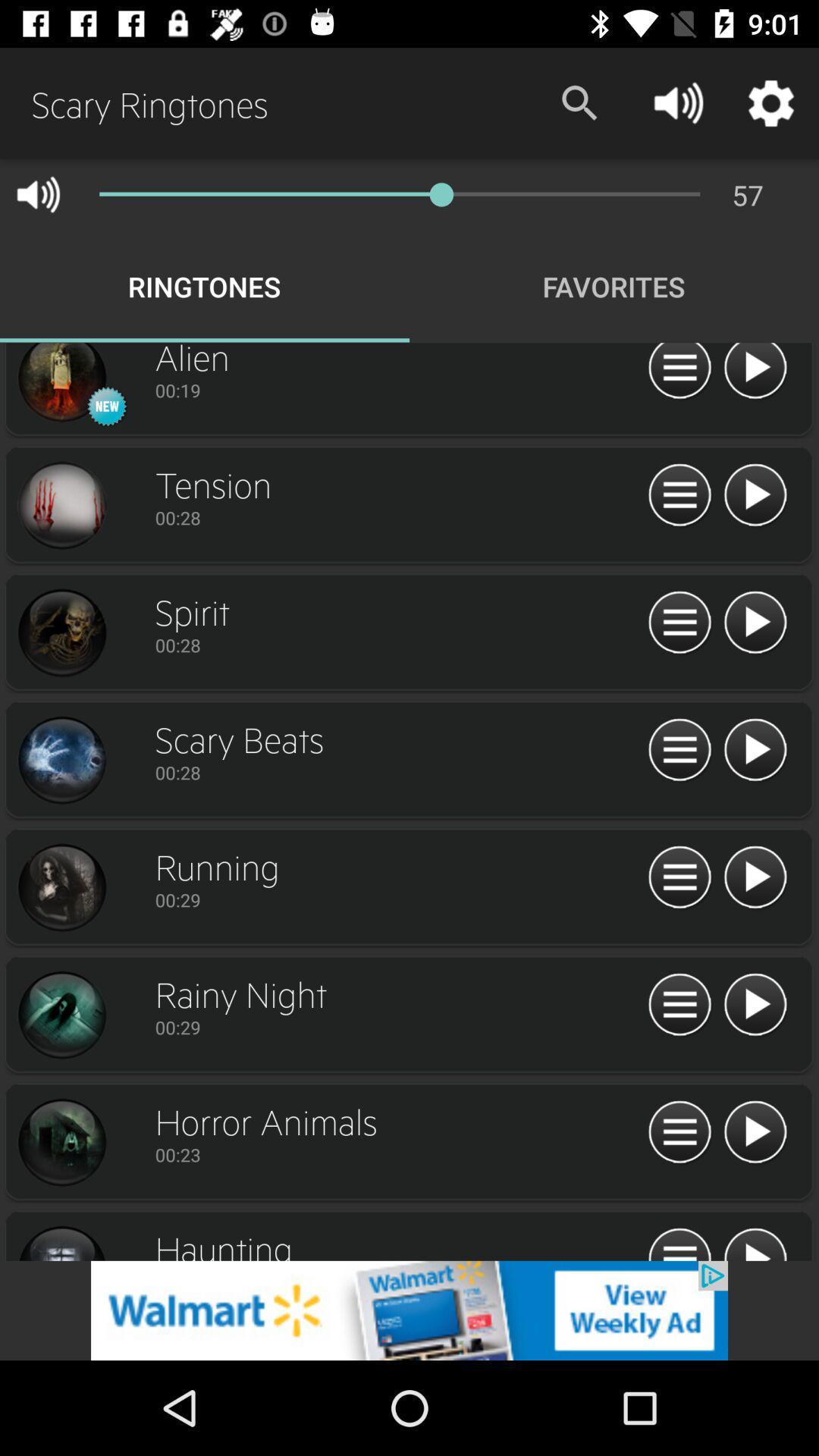 This screenshot has width=819, height=1456. Describe the element at coordinates (679, 495) in the screenshot. I see `more info` at that location.